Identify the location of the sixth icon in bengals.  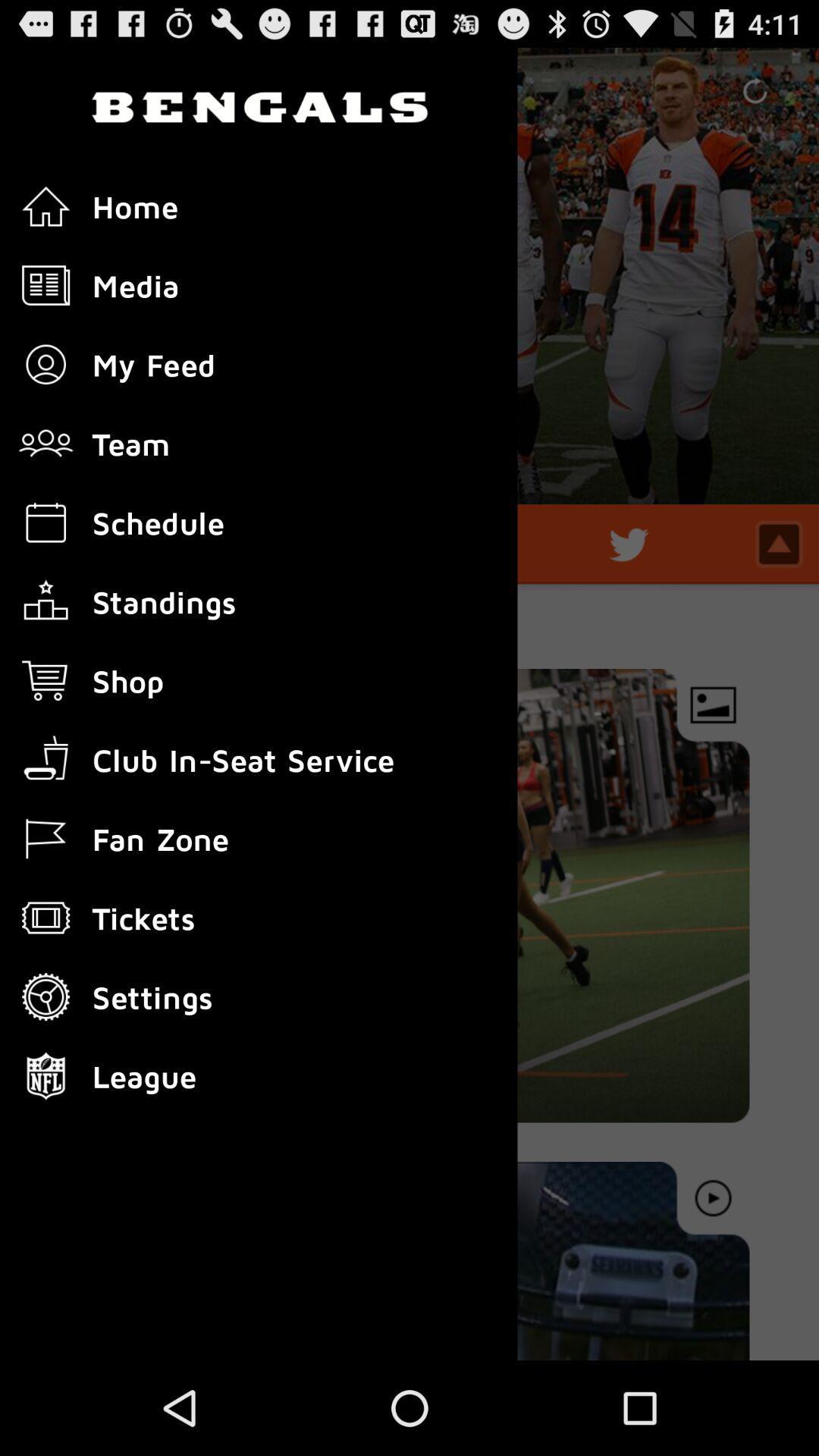
(45, 601).